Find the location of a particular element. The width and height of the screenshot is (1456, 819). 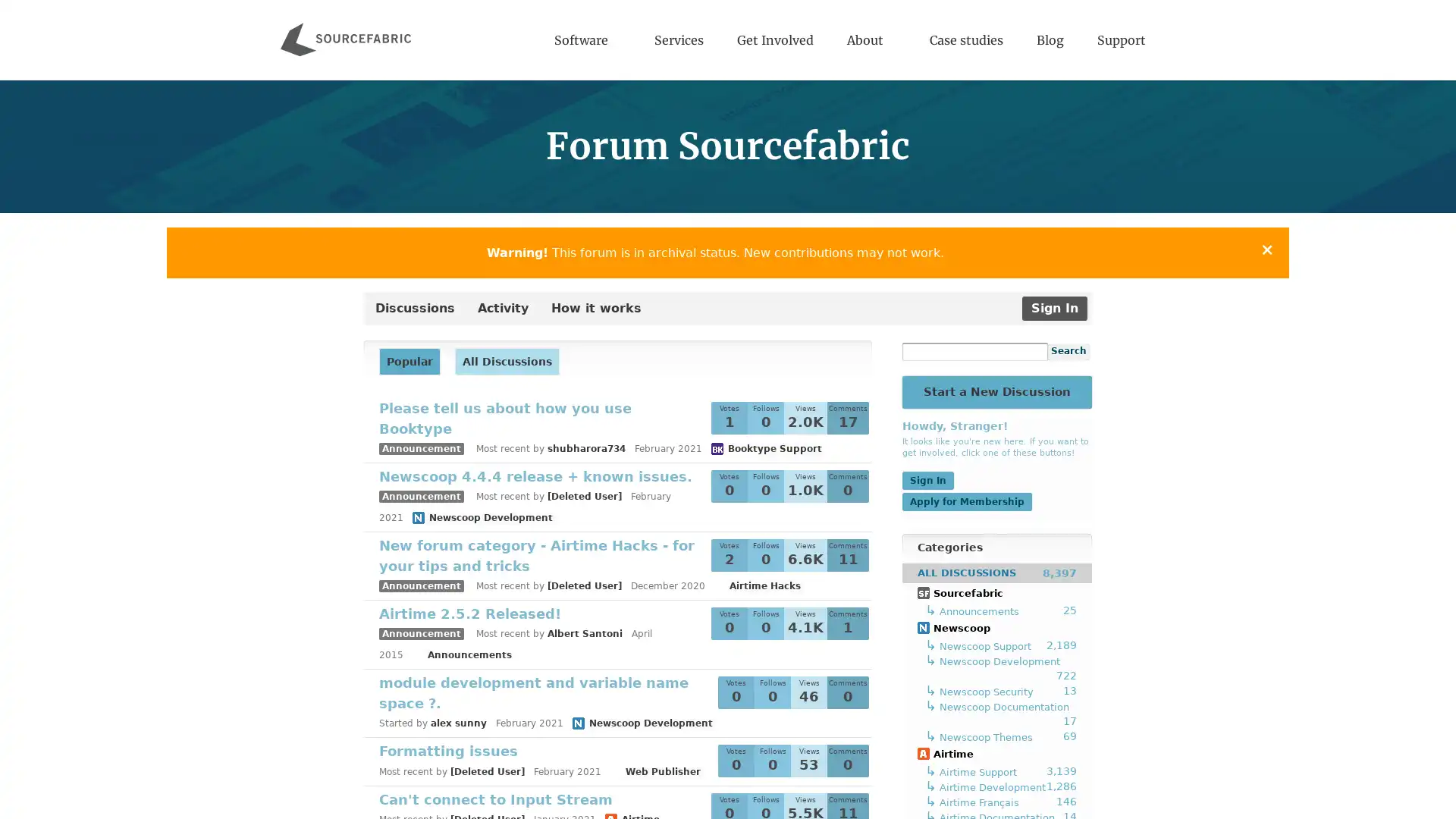

Search is located at coordinates (1068, 352).